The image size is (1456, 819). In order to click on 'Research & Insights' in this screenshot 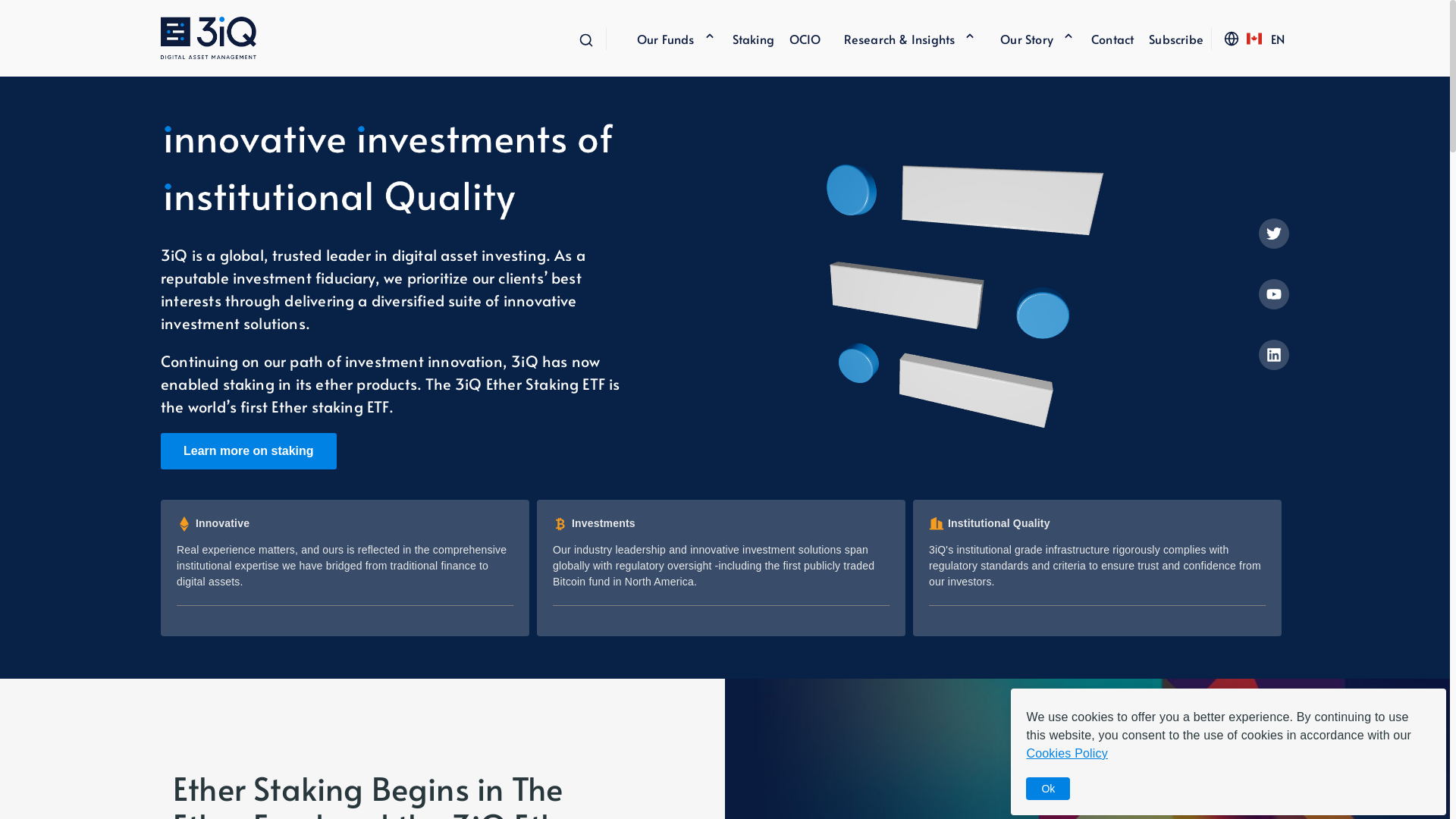, I will do `click(899, 37)`.